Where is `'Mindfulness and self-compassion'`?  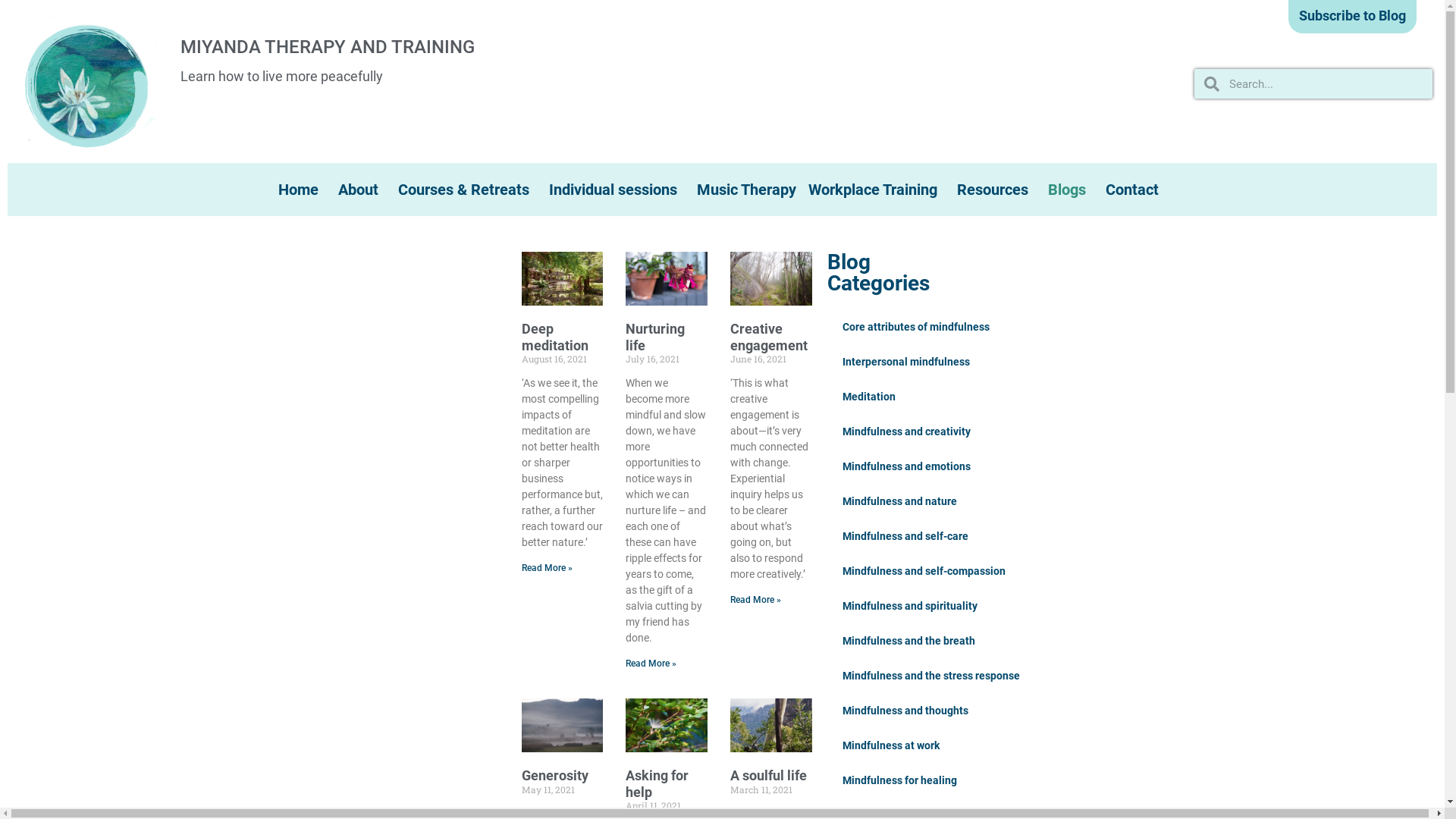 'Mindfulness and self-compassion' is located at coordinates (826, 570).